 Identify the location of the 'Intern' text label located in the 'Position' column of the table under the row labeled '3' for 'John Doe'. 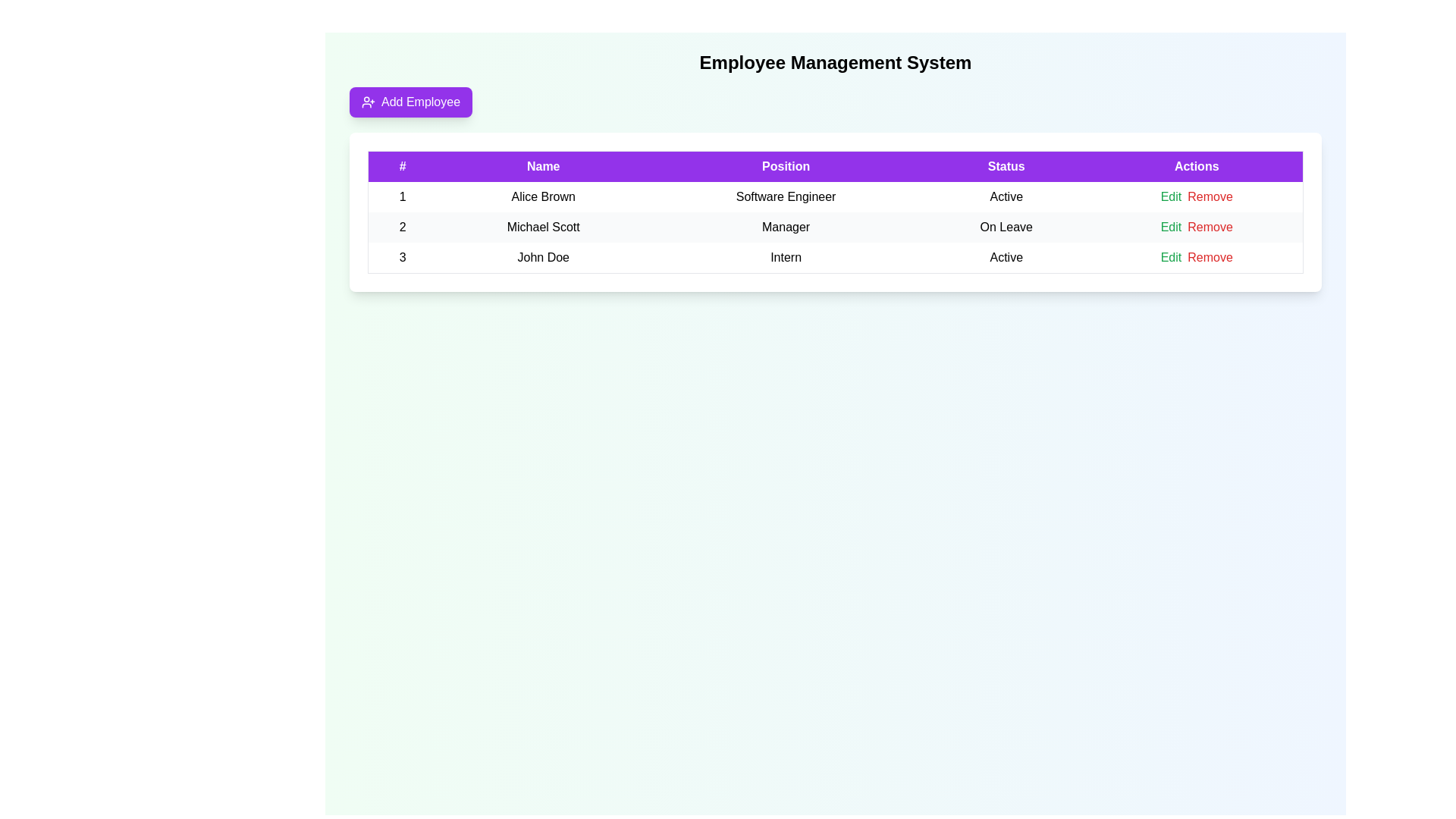
(786, 257).